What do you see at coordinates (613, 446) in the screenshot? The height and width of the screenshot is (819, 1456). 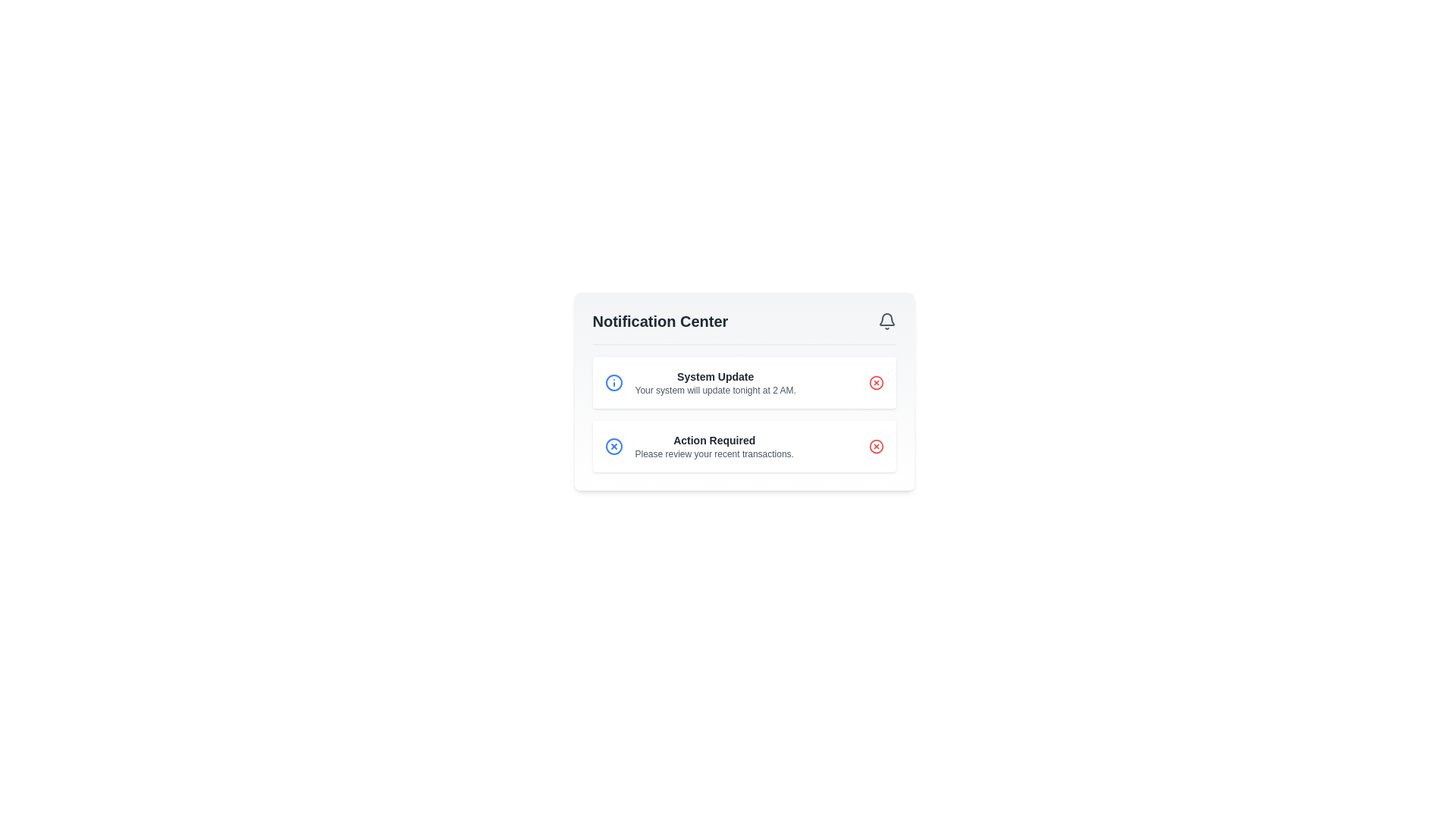 I see `the alert icon located in the second notification card labeled 'Action Required', which is positioned adjacent to the card's left border and aligned vertically with the notification text` at bounding box center [613, 446].